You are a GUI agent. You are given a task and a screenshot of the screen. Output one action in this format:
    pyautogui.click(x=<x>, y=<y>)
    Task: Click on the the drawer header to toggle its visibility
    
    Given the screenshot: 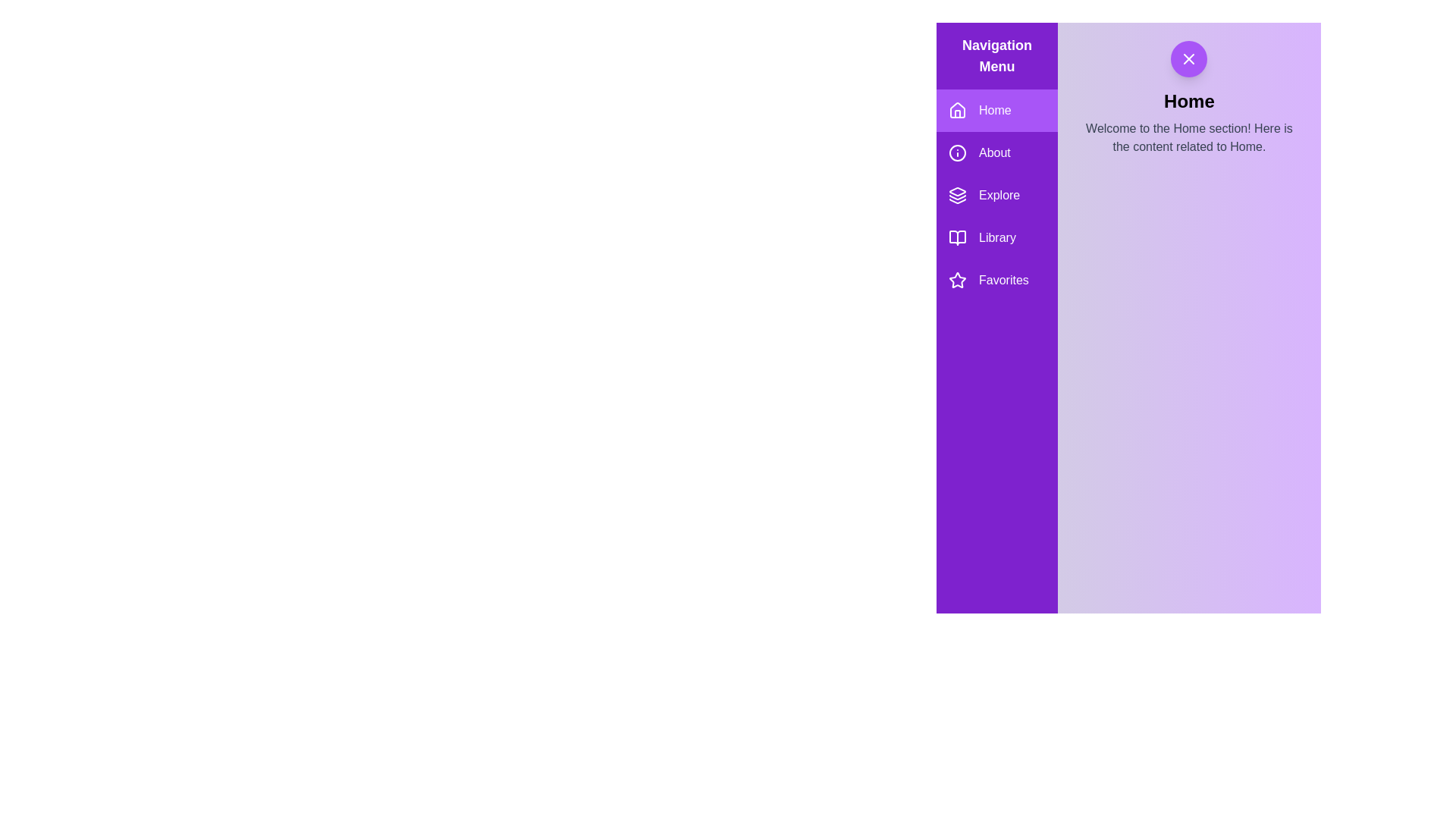 What is the action you would take?
    pyautogui.click(x=1188, y=58)
    